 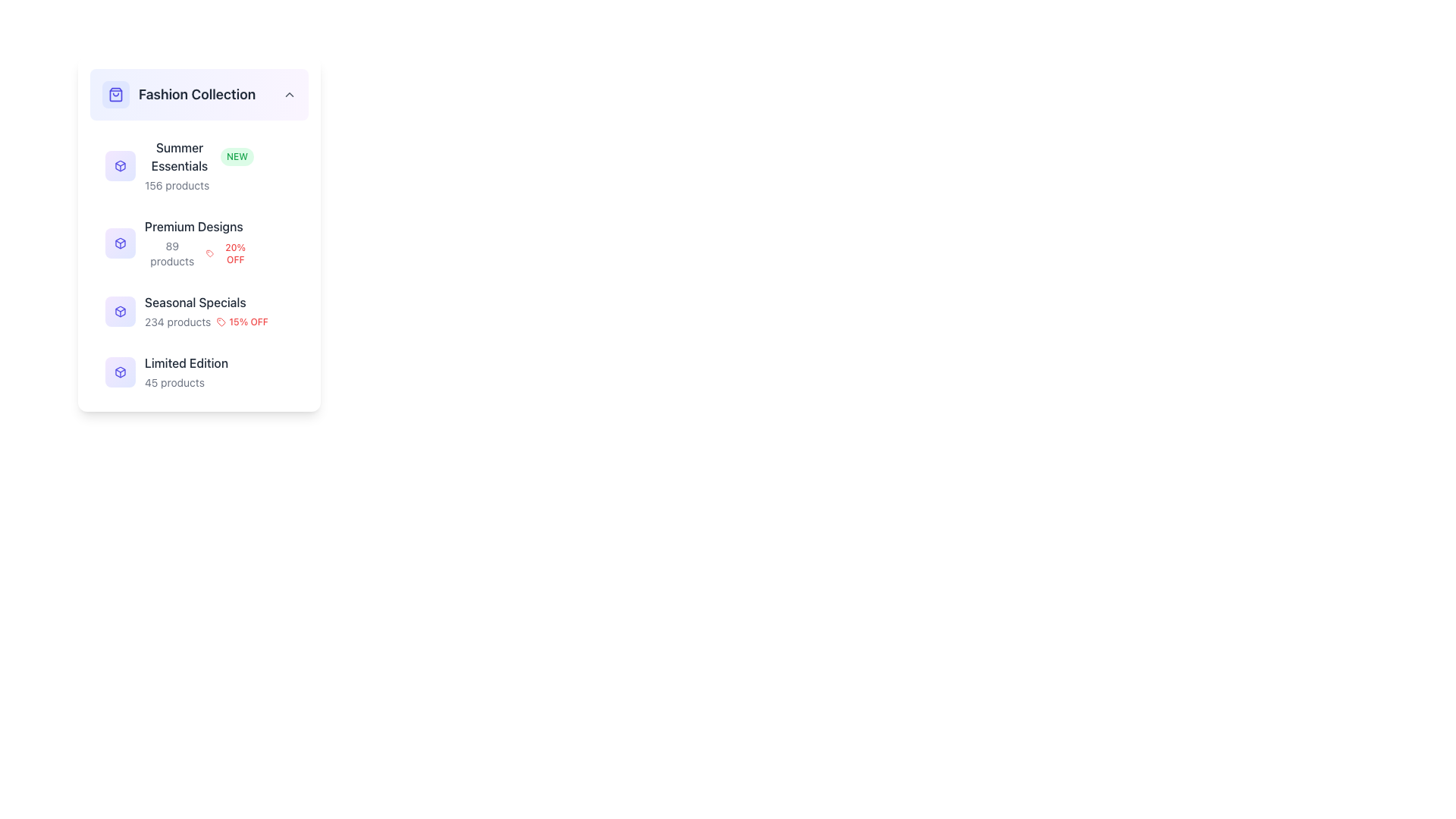 What do you see at coordinates (119, 242) in the screenshot?
I see `the square-shaped icon with rounded corners and a gradient background` at bounding box center [119, 242].